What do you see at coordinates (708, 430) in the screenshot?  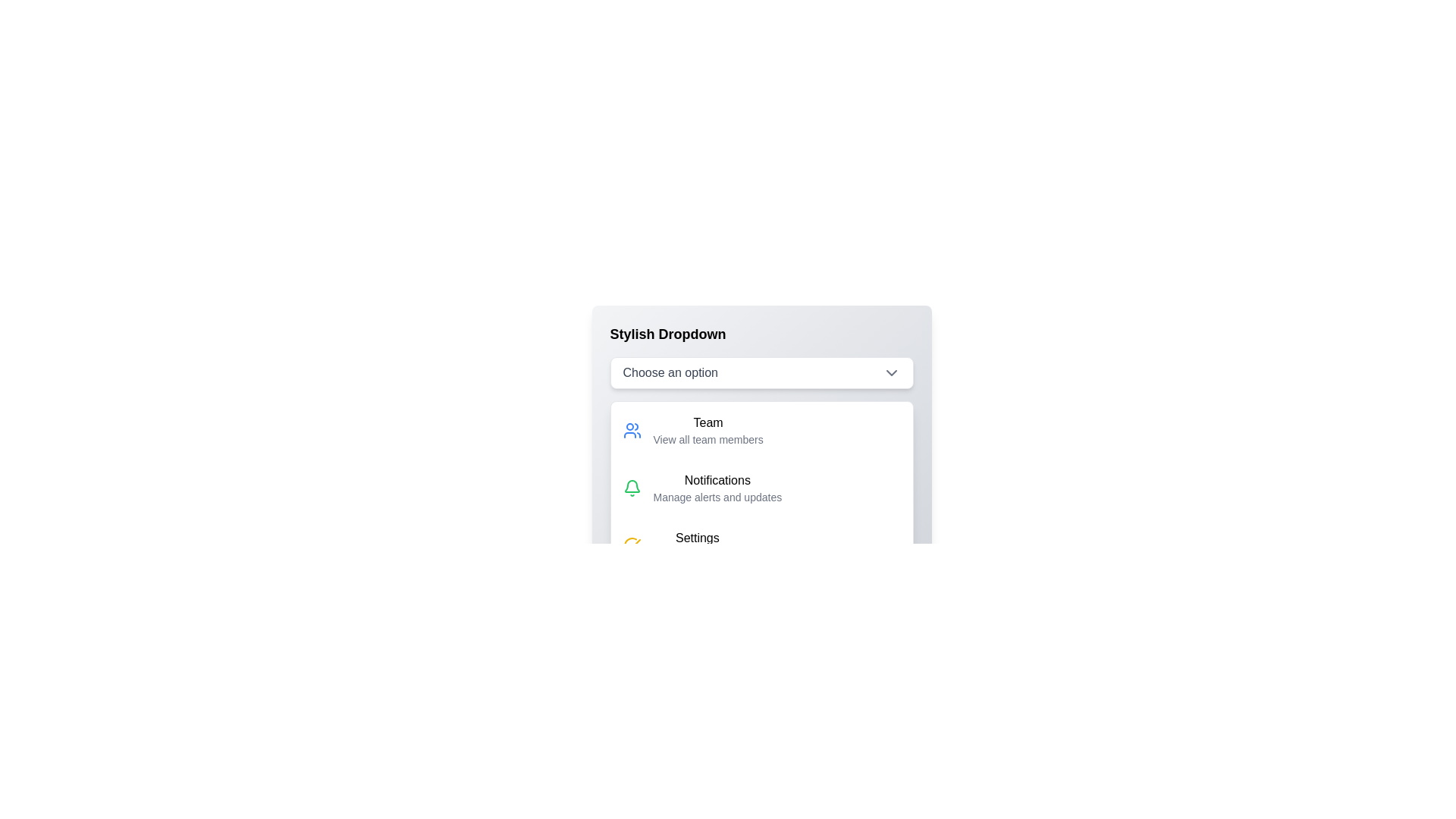 I see `the 'Team' menu item in the 'Stylish Dropdown'` at bounding box center [708, 430].